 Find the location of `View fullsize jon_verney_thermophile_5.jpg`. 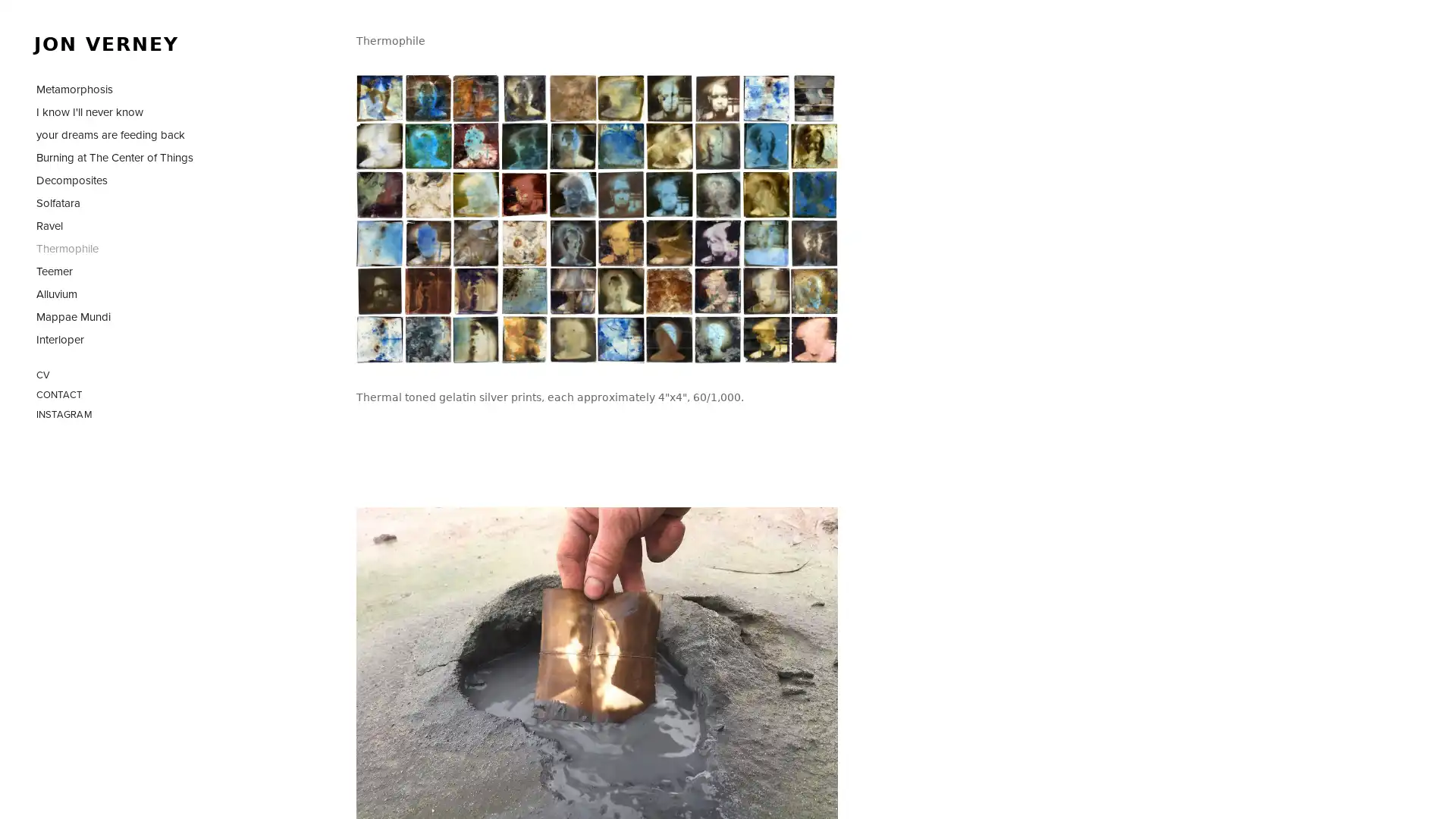

View fullsize jon_verney_thermophile_5.jpg is located at coordinates (426, 146).